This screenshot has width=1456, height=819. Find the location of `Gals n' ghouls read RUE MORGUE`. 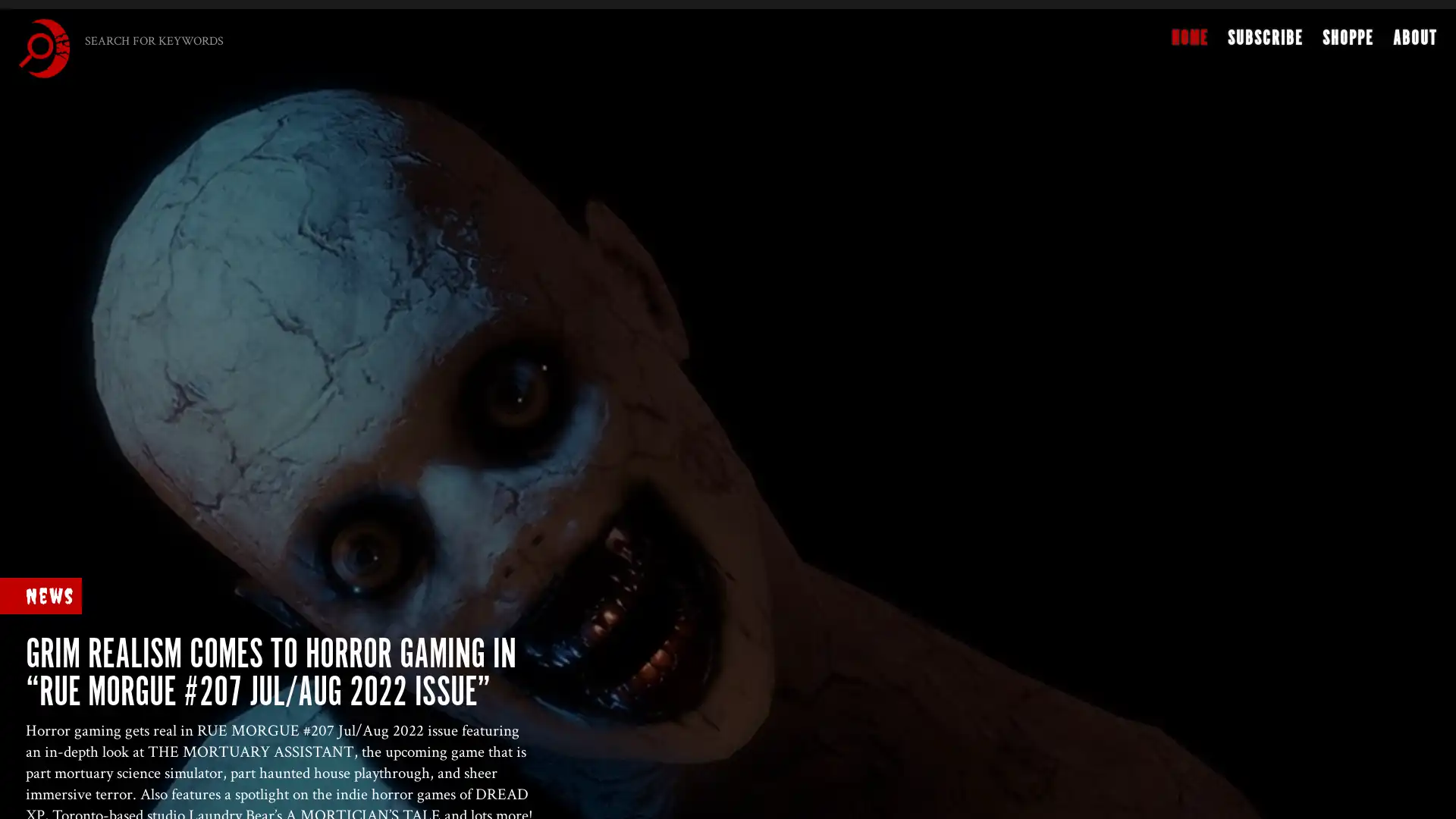

Gals n' ghouls read RUE MORGUE is located at coordinates (636, 265).